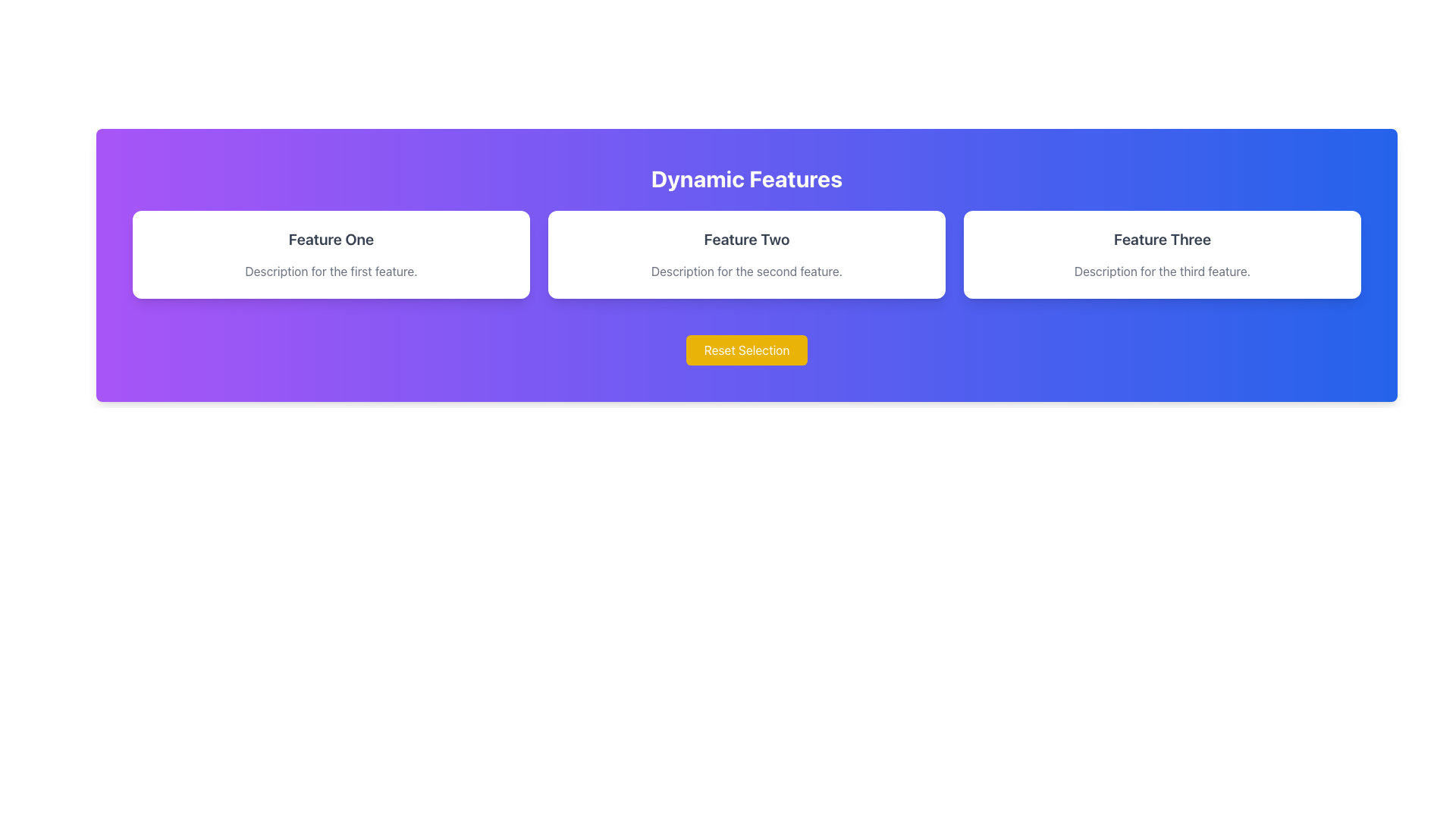 The height and width of the screenshot is (819, 1456). Describe the element at coordinates (1161, 239) in the screenshot. I see `the title text located at the top-center of the rightmost card in a three-column layout, which serves as a label for the card's content` at that location.